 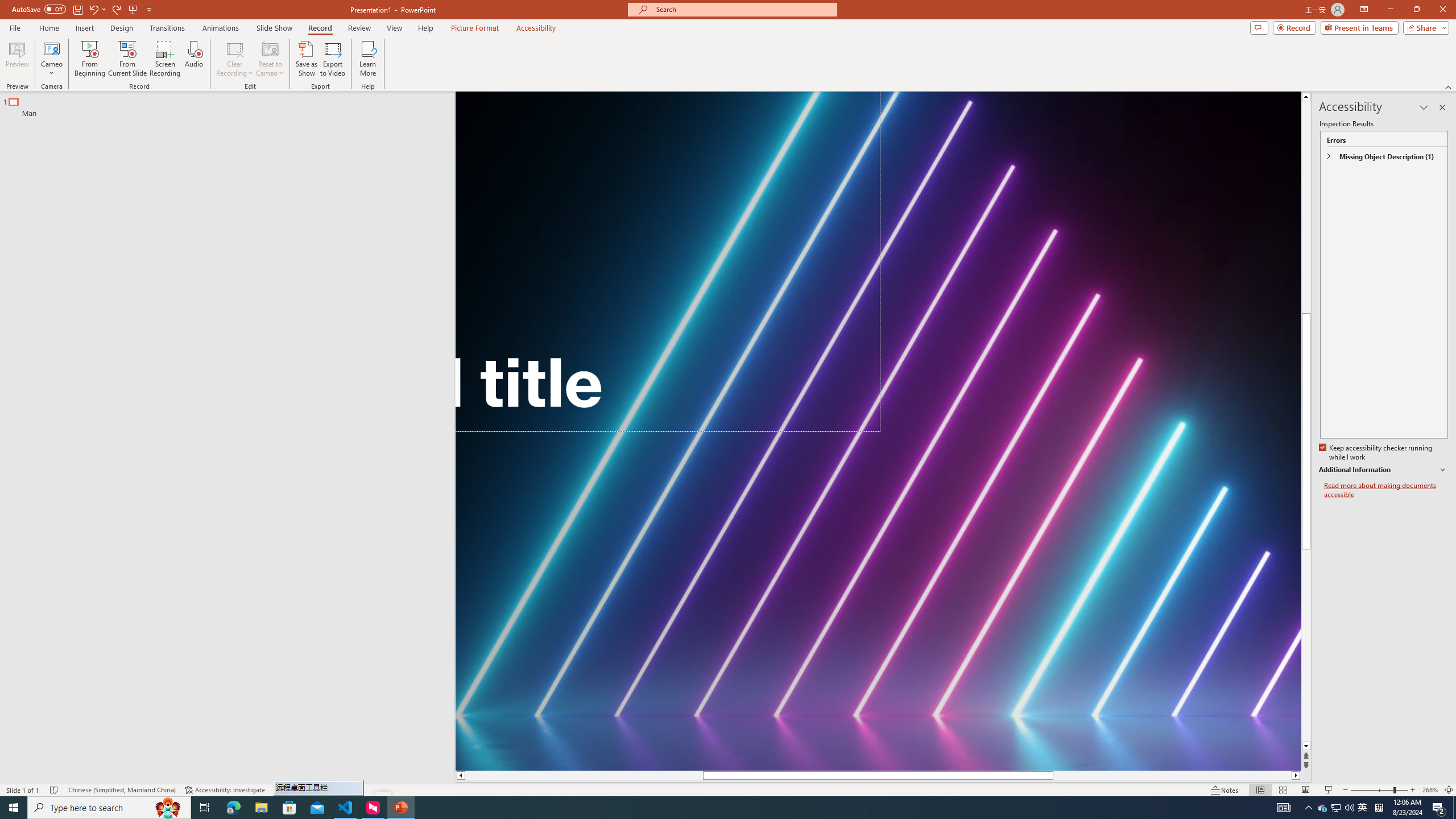 I want to click on 'Review', so click(x=359, y=28).